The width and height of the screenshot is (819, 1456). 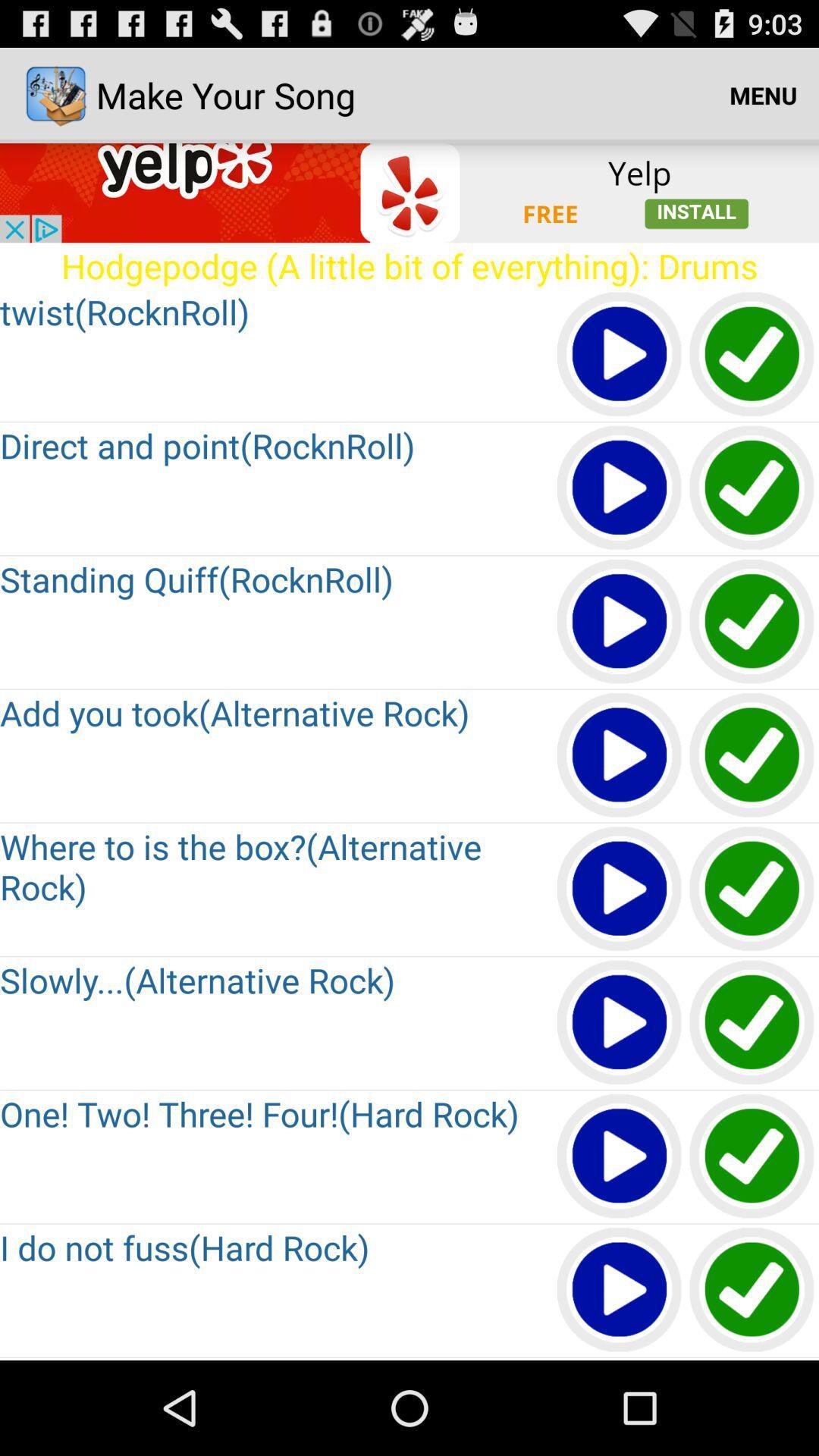 I want to click on enable button, so click(x=752, y=622).